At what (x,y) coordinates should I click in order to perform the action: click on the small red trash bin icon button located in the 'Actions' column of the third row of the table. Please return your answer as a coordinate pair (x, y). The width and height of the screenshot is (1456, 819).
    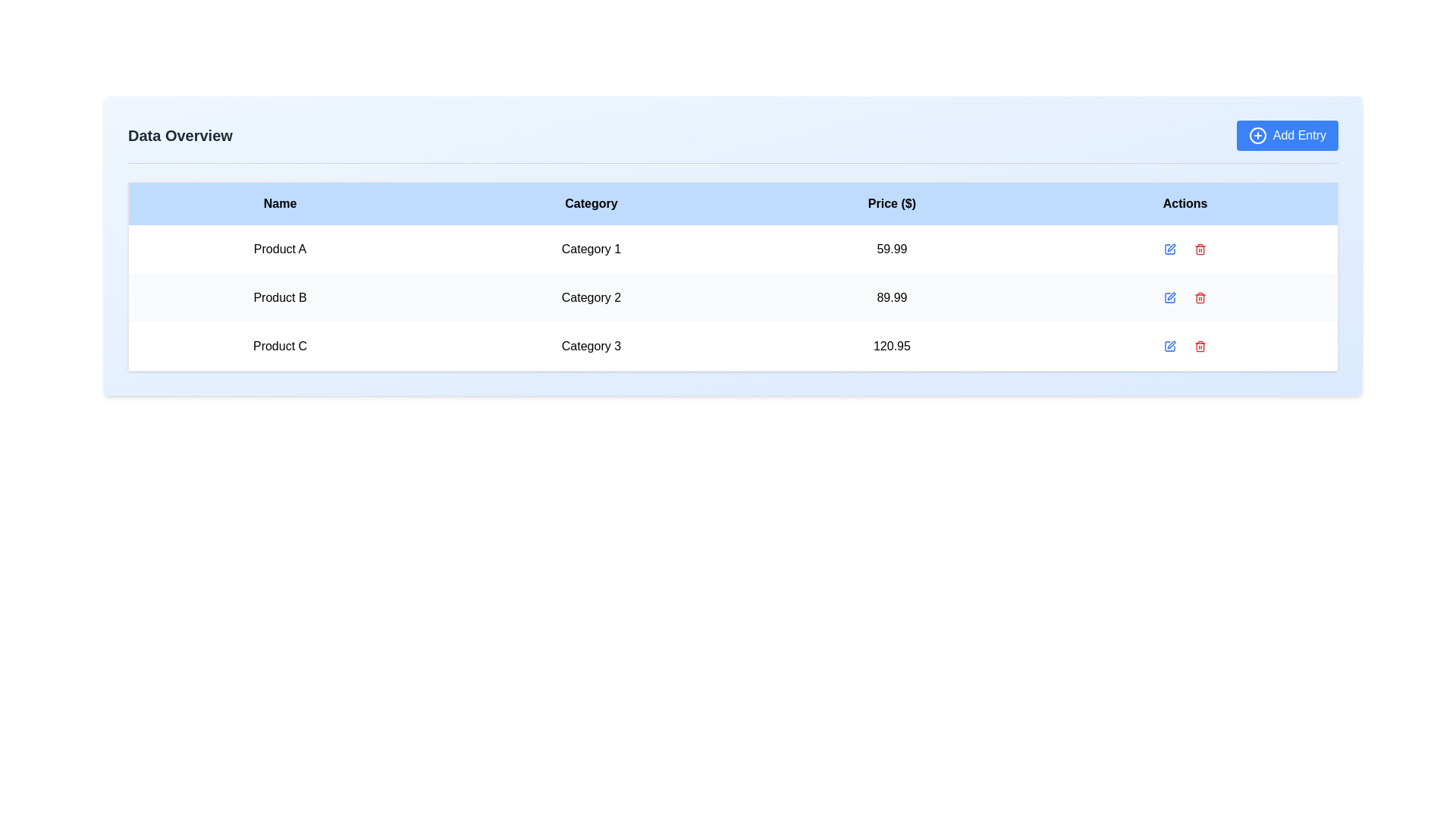
    Looking at the image, I should click on (1200, 346).